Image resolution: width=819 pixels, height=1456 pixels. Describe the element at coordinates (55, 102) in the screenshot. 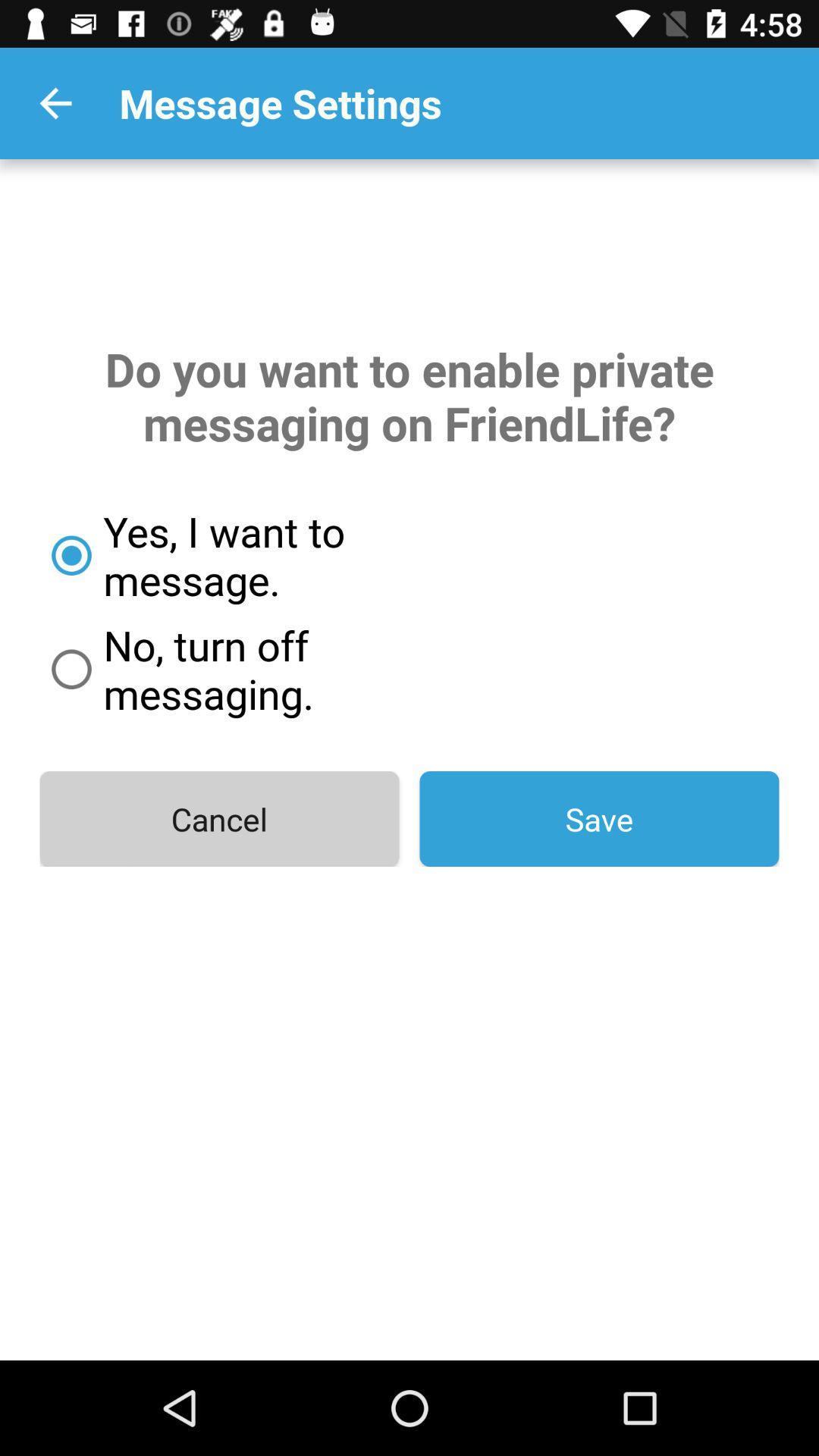

I see `the item at the top left corner` at that location.